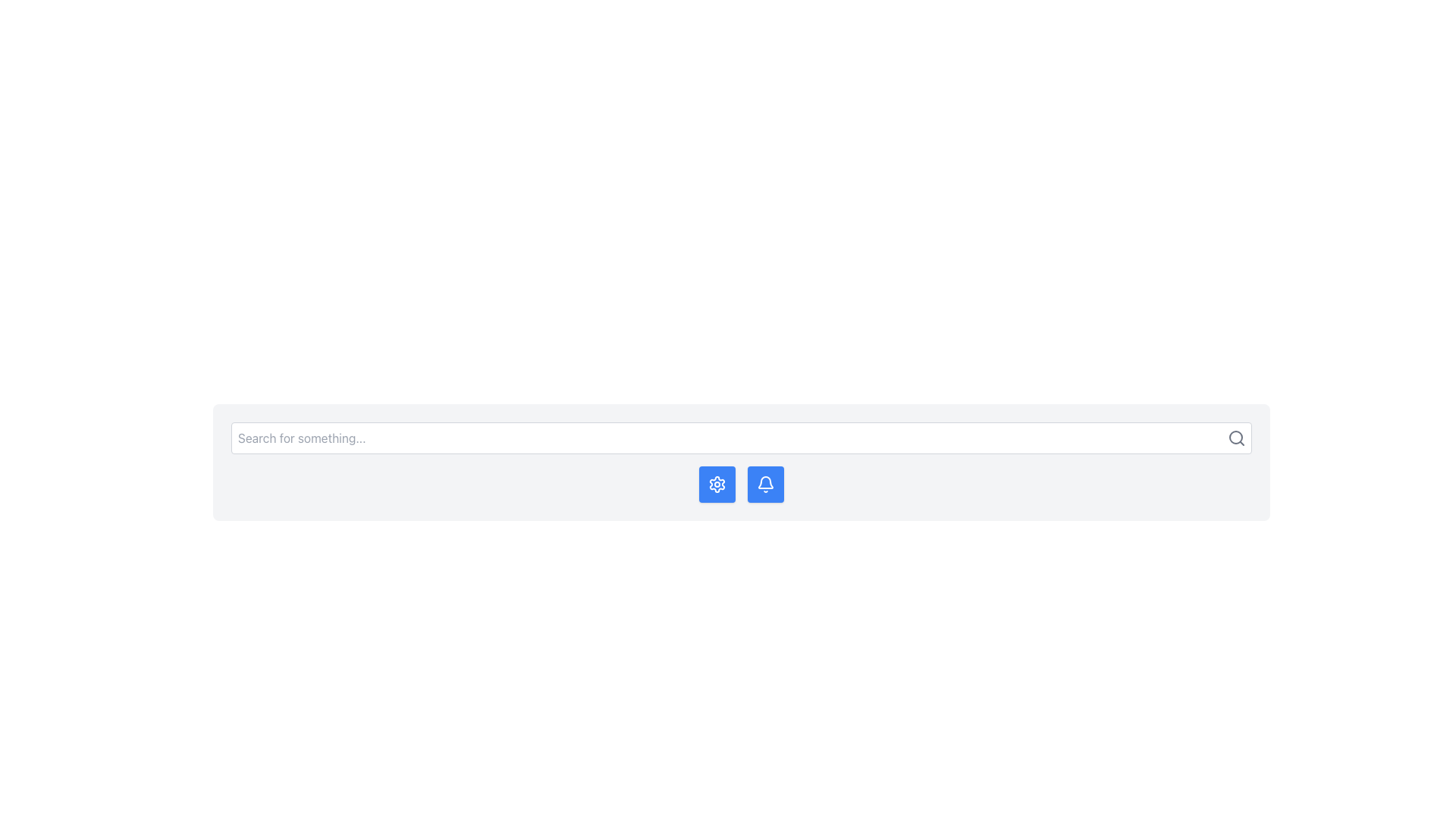 This screenshot has height=819, width=1456. Describe the element at coordinates (1236, 438) in the screenshot. I see `the circular lens of the magnifying glass icon, which is part of the search functionality represented in the SVG graphical element` at that location.